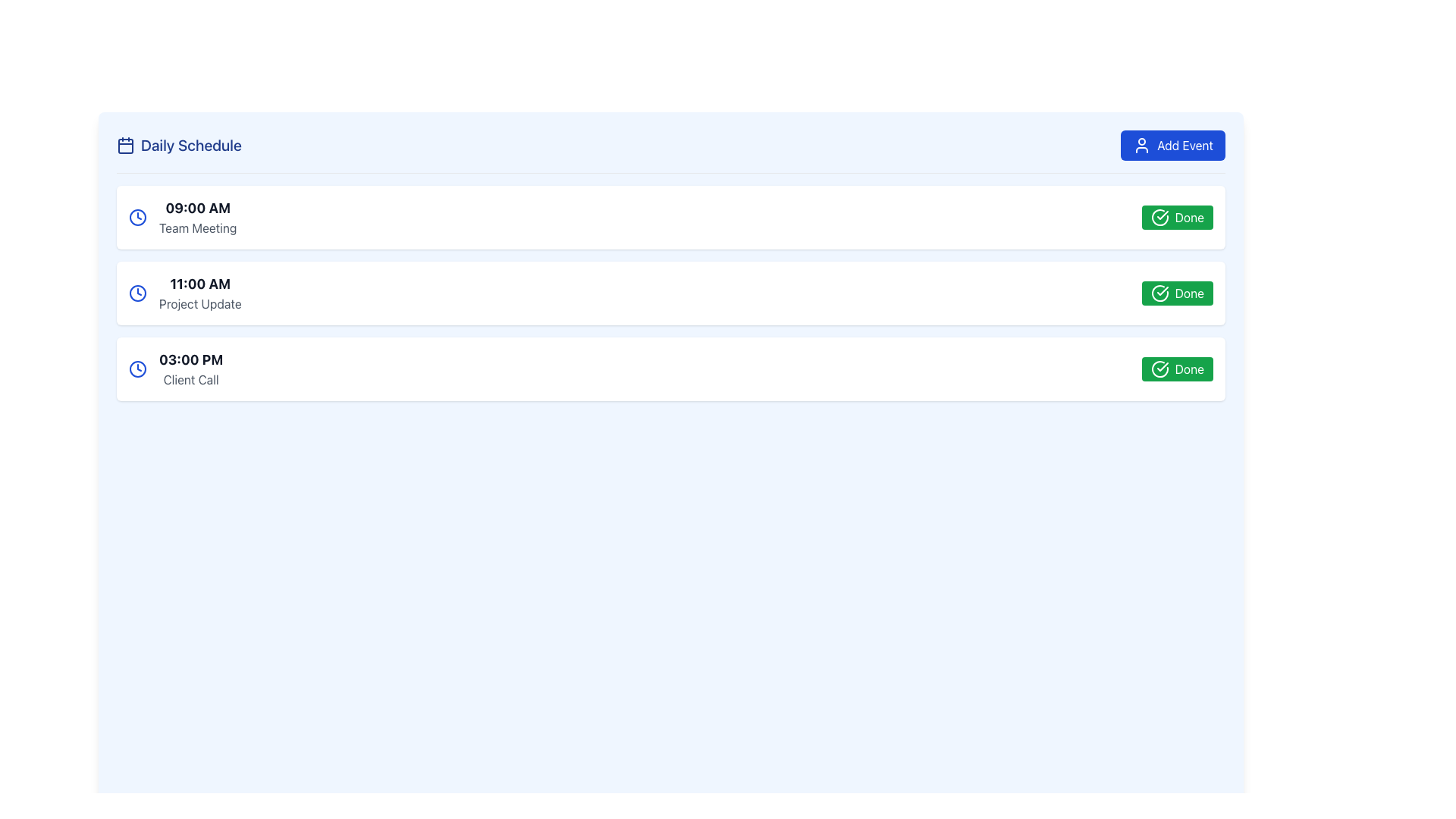 This screenshot has width=1456, height=819. I want to click on the calendar icon with a blue outline located to the left of the heading 'Daily Schedule', so click(126, 146).